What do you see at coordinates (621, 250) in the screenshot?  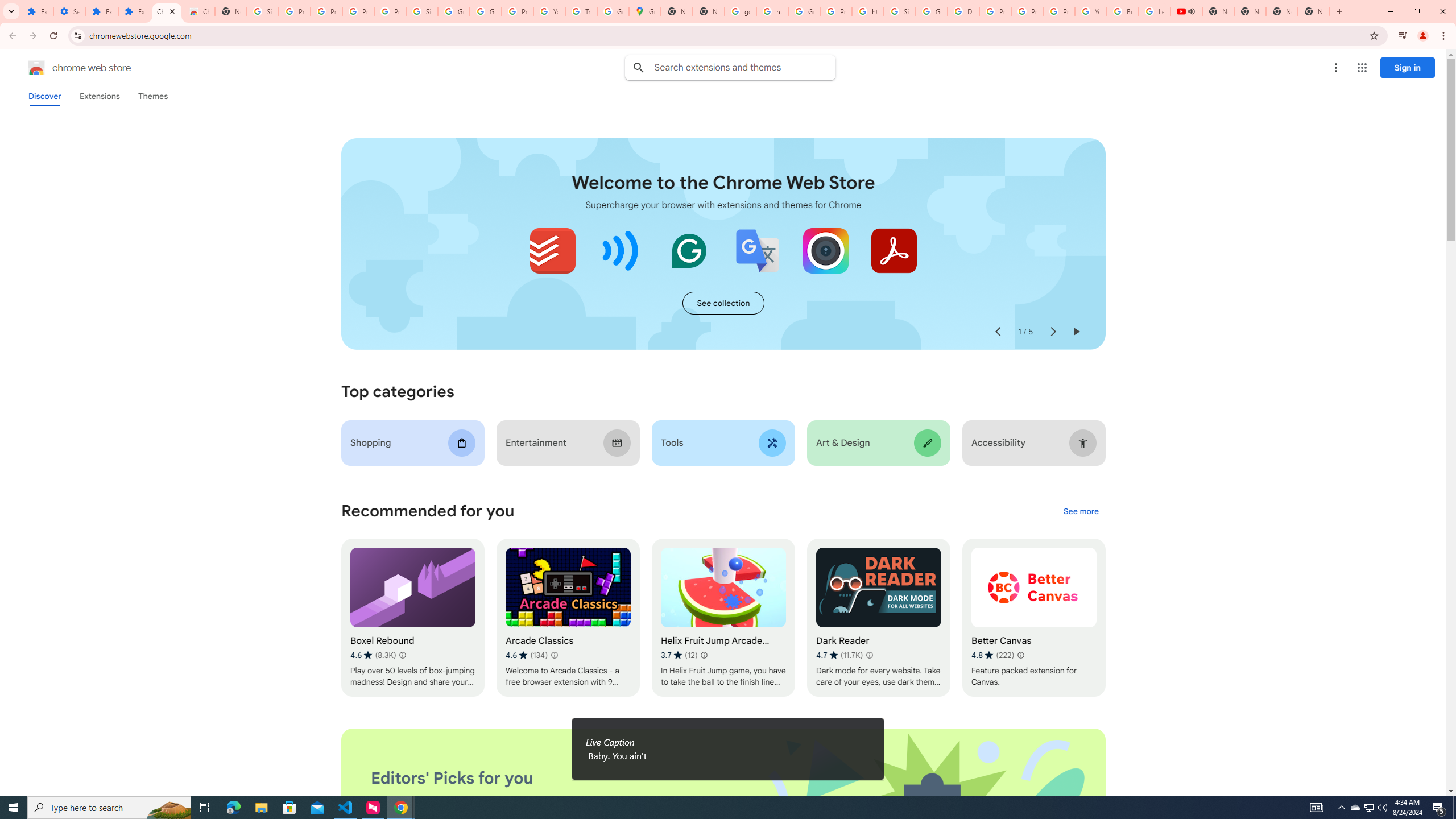 I see `'Volume Master'` at bounding box center [621, 250].